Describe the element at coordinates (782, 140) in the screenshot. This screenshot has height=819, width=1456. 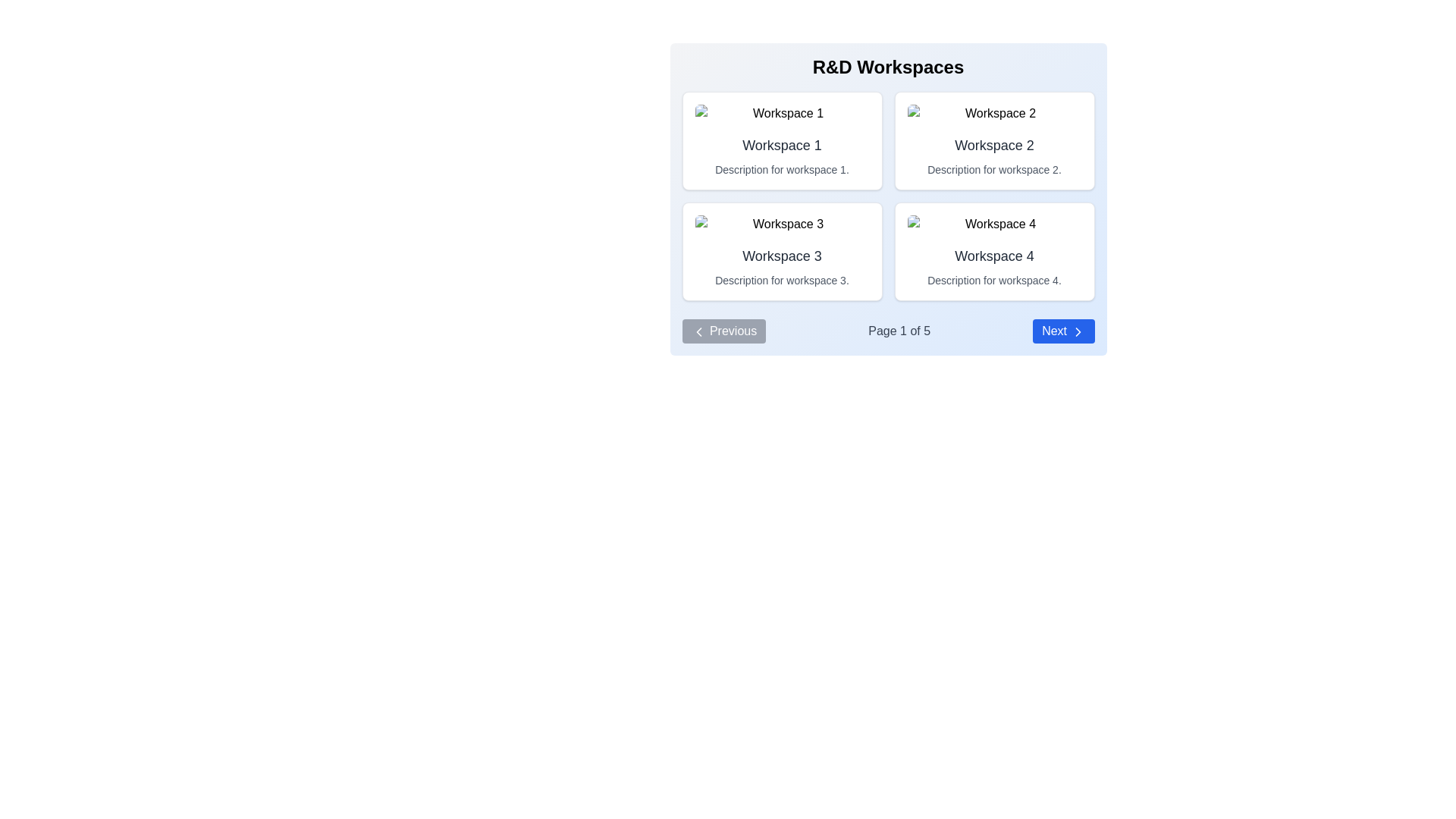
I see `the title or image of the first card in the 2x2 grid layout, located in the top-left corner` at that location.